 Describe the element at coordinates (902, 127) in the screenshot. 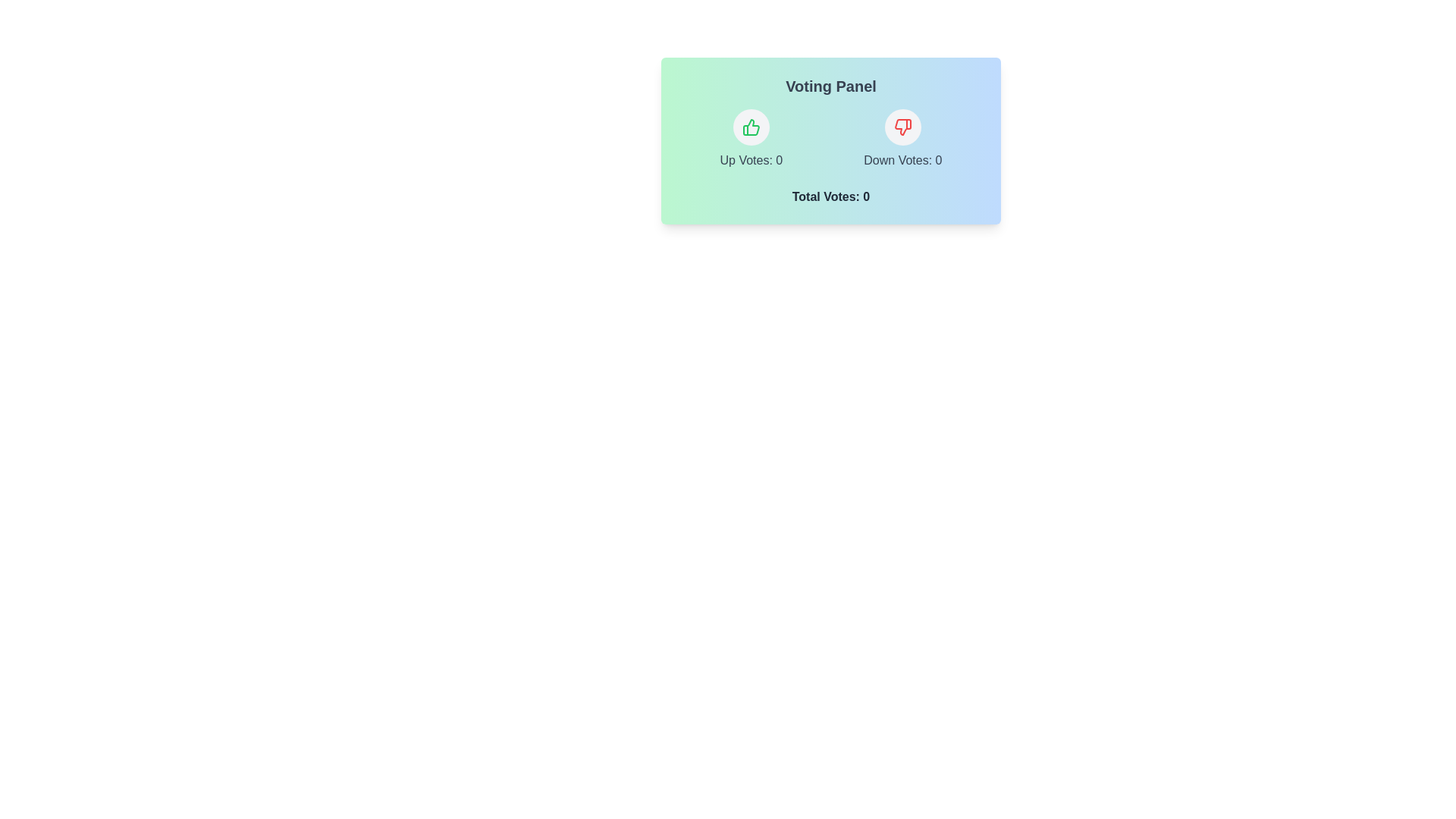

I see `the red thumbs-down icon indicating negative voting or disapproval functionality, located adjacent to 'Down Votes: 0'` at that location.